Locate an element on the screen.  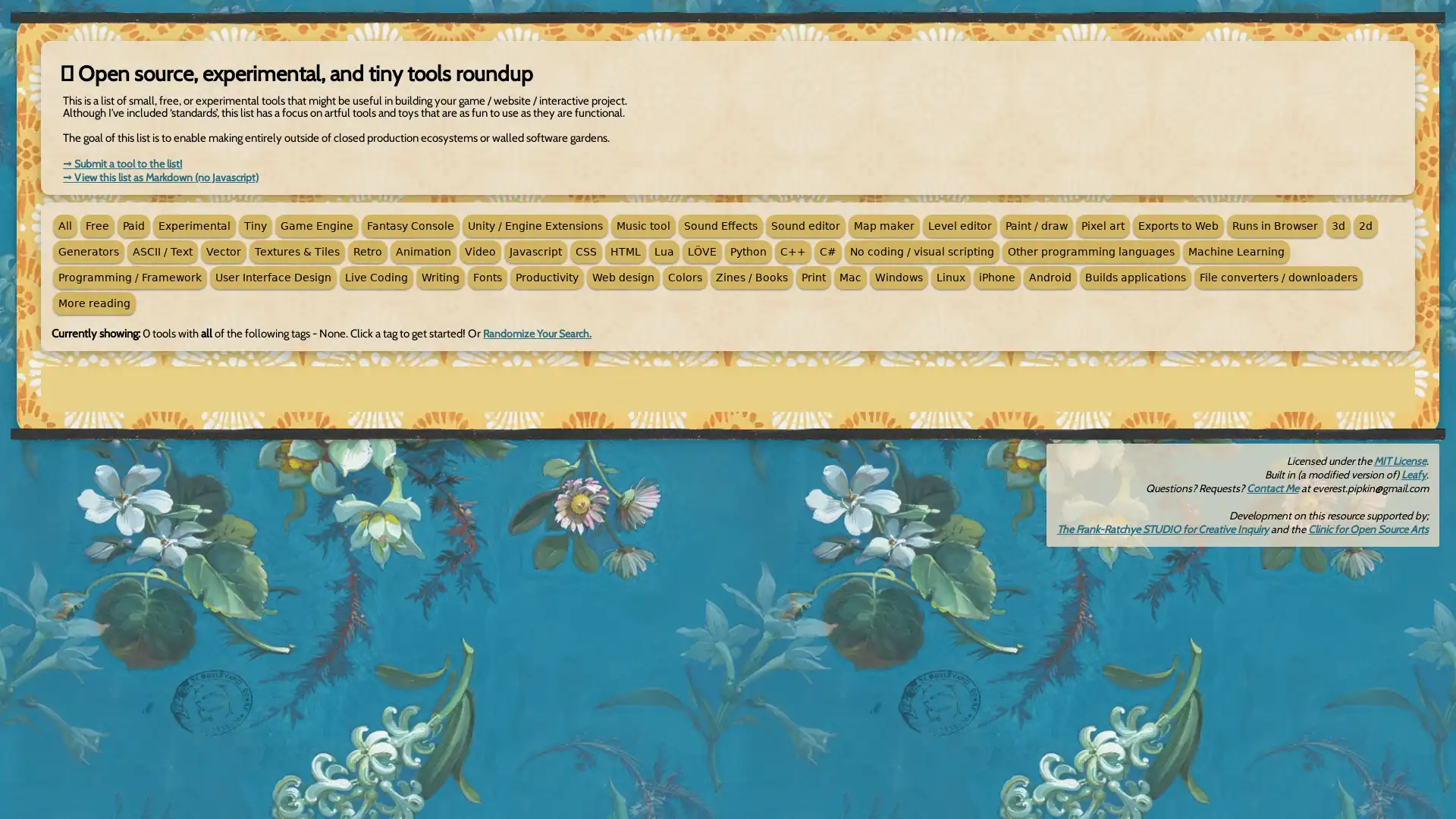
Runs in Browser is located at coordinates (1274, 225).